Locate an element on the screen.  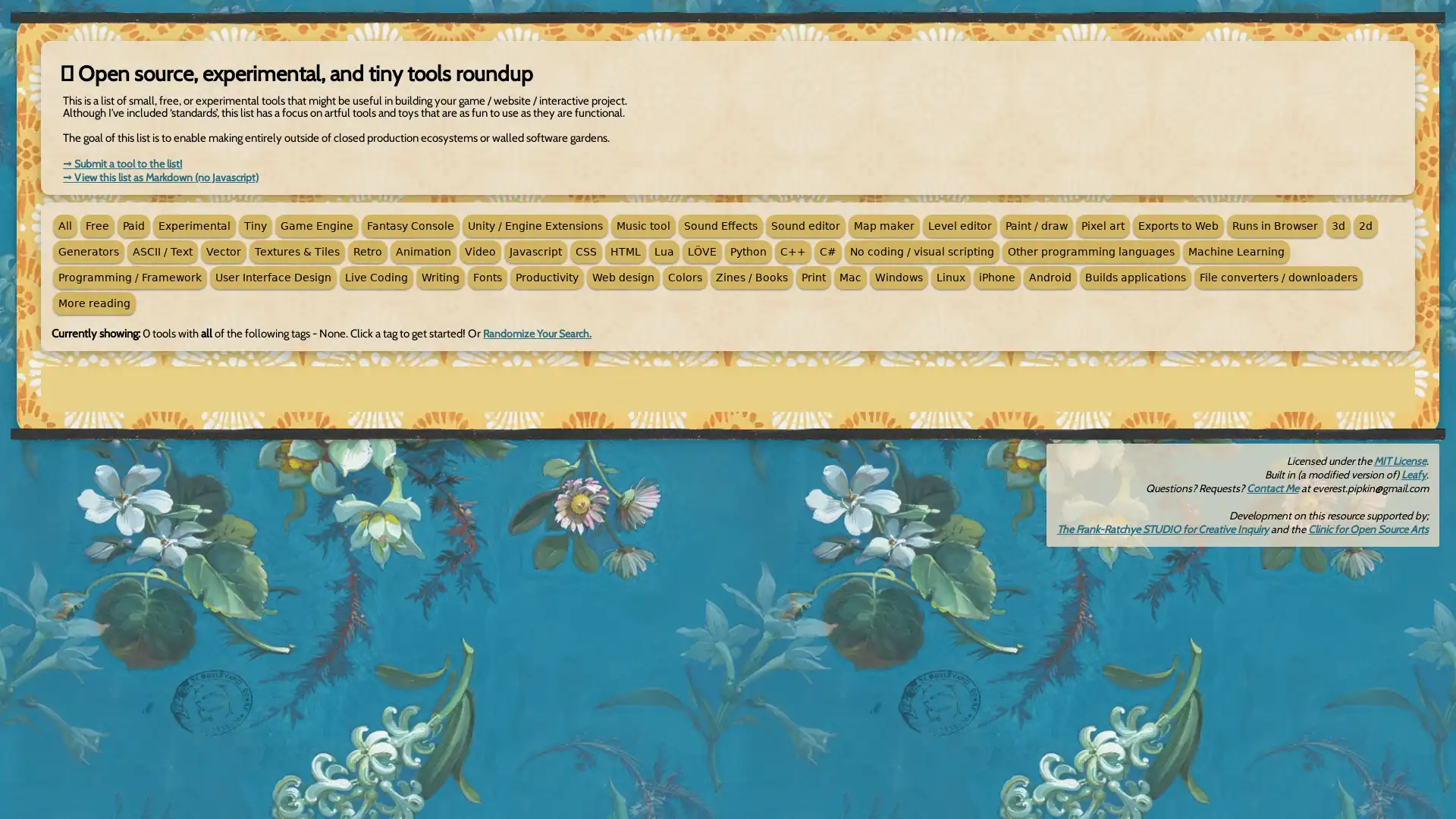
Runs in Browser is located at coordinates (1274, 225).